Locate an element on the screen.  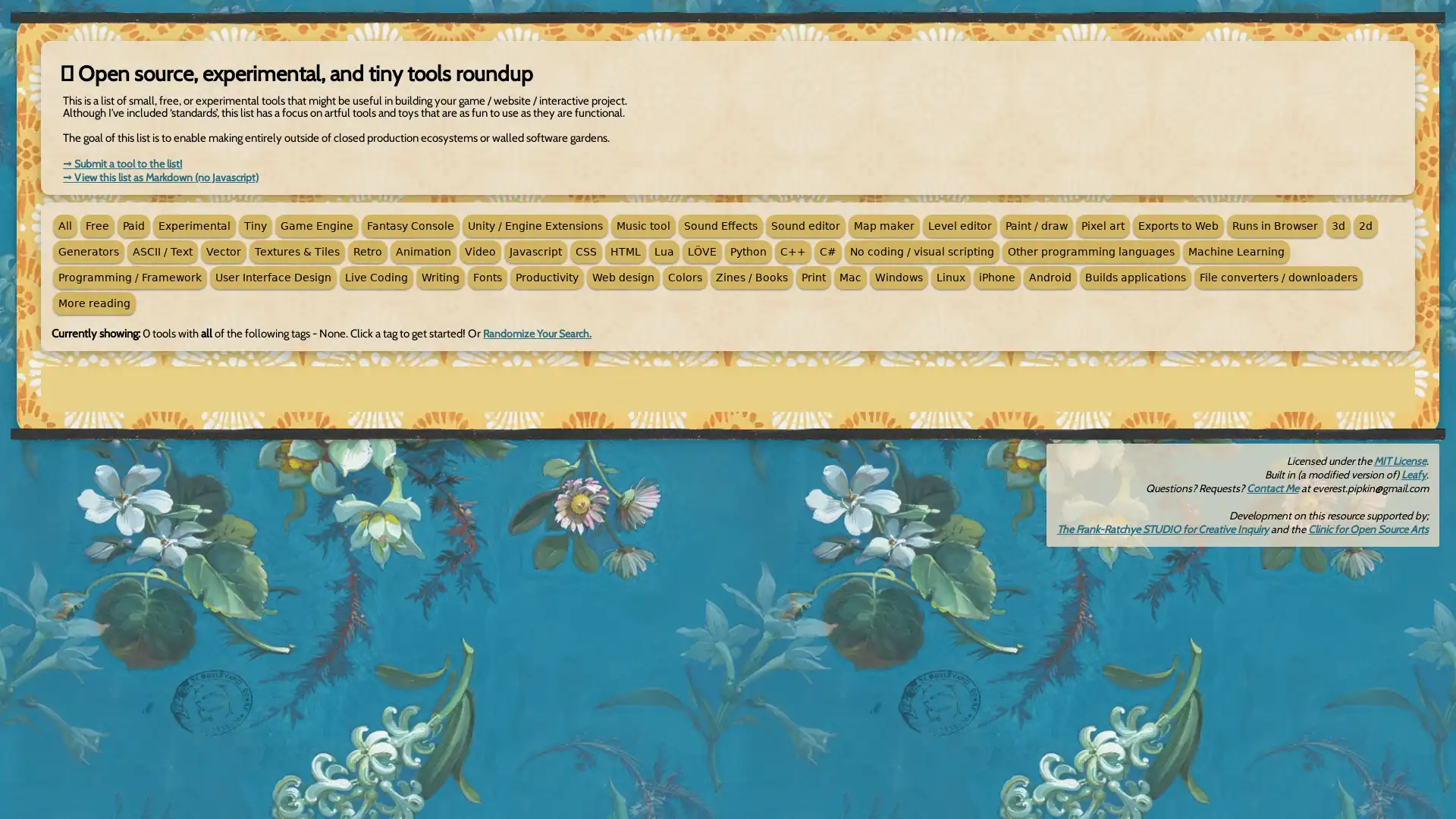
Runs in Browser is located at coordinates (1274, 225).